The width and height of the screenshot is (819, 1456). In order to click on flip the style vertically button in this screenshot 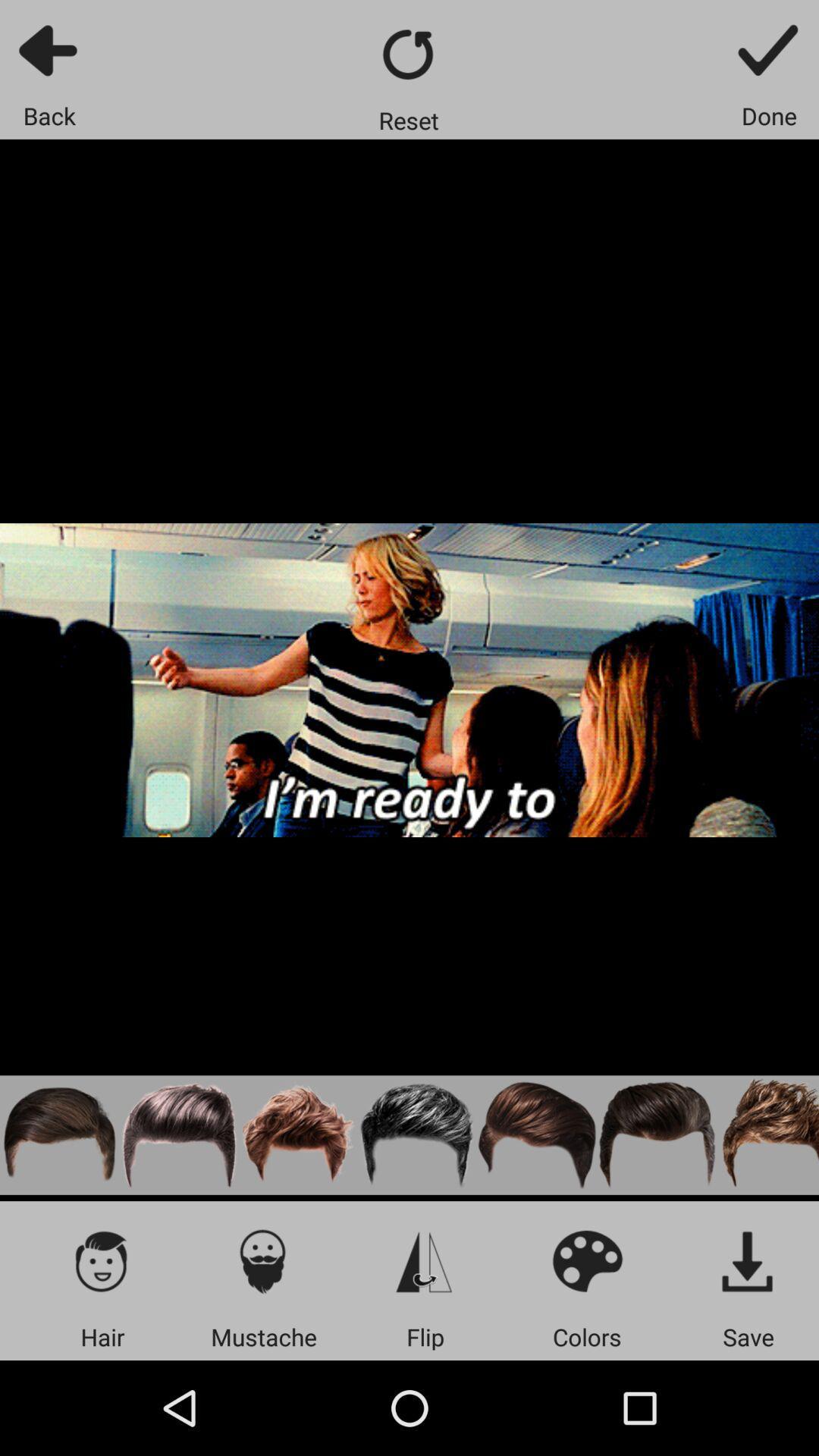, I will do `click(425, 1260)`.